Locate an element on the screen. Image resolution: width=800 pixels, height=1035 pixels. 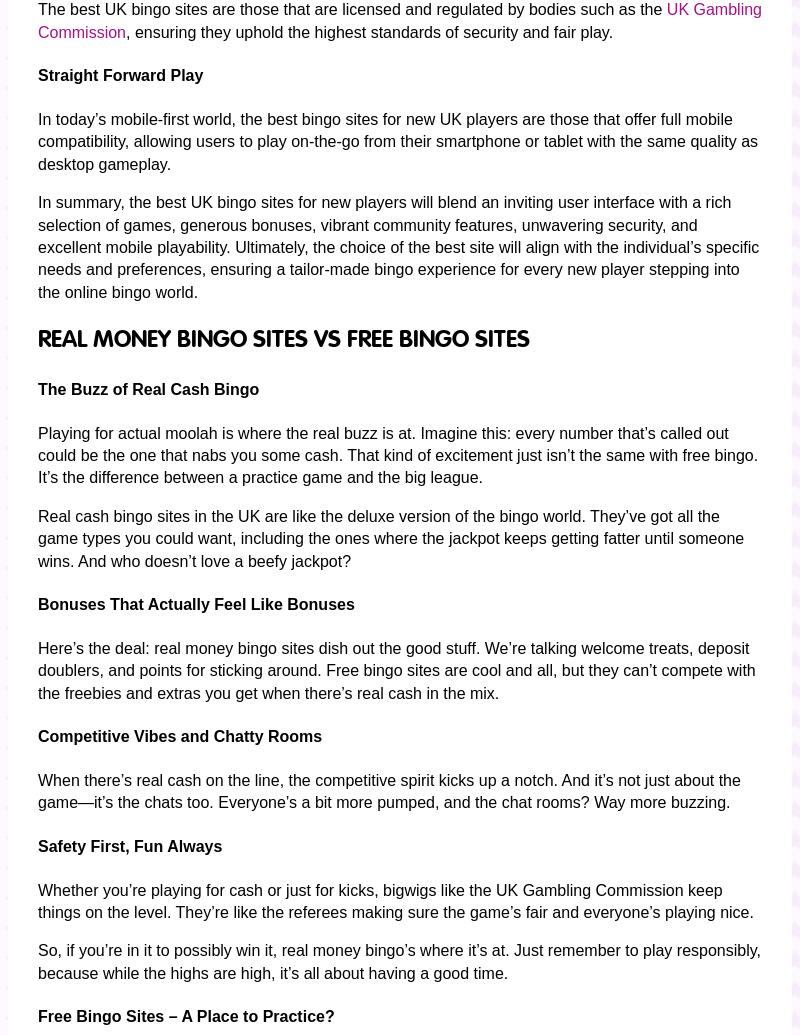
'So, if you’re in it to possibly win it, real money bingo’s where it’s at. Just remember to play responsibly, because while the highs are high, it’s all about having a good time.' is located at coordinates (398, 960).